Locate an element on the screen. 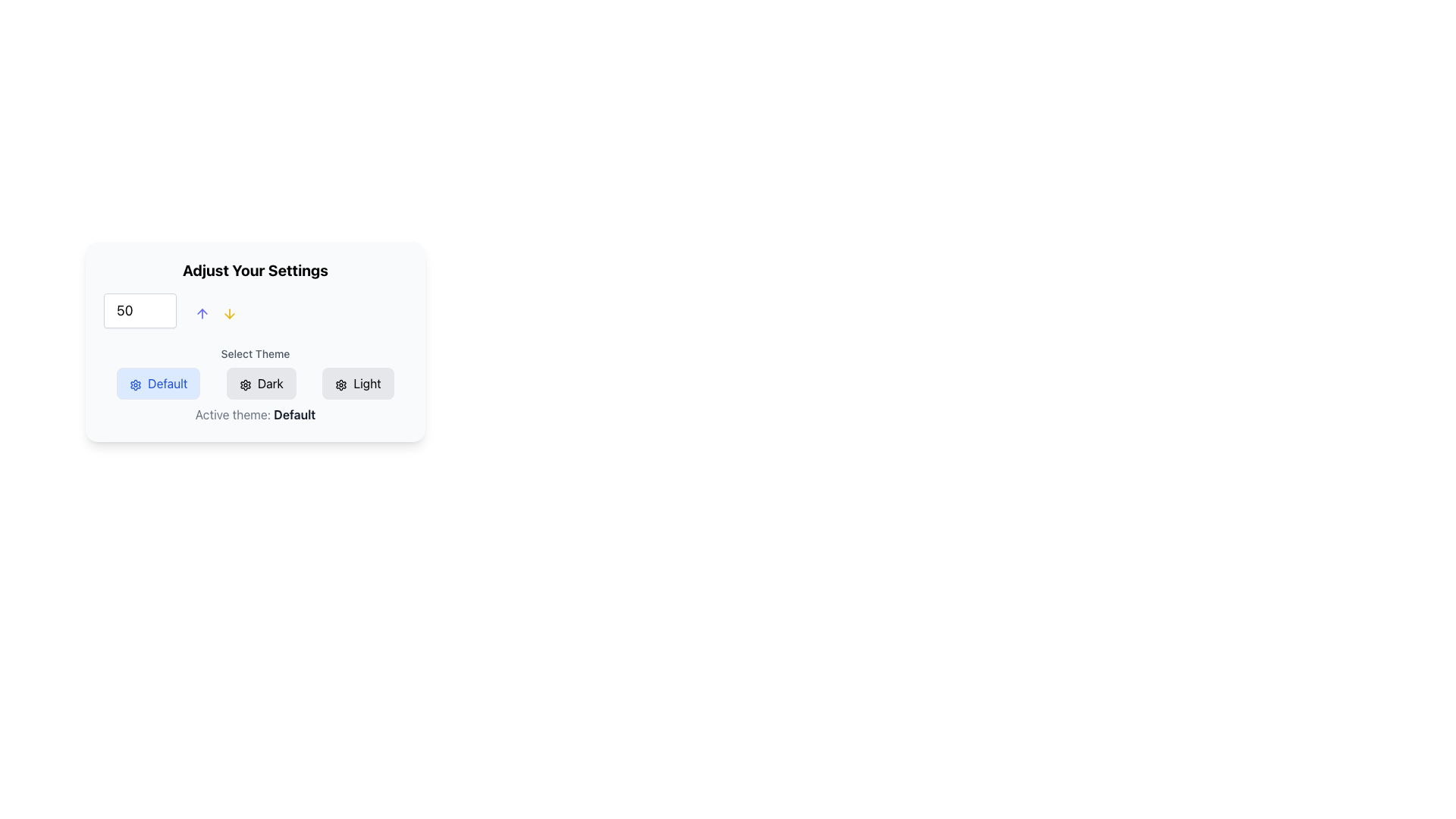 This screenshot has width=1456, height=819. the gear-shaped settings icon located in the middle of the 'Select Theme' section of the interactive UI card is located at coordinates (136, 384).